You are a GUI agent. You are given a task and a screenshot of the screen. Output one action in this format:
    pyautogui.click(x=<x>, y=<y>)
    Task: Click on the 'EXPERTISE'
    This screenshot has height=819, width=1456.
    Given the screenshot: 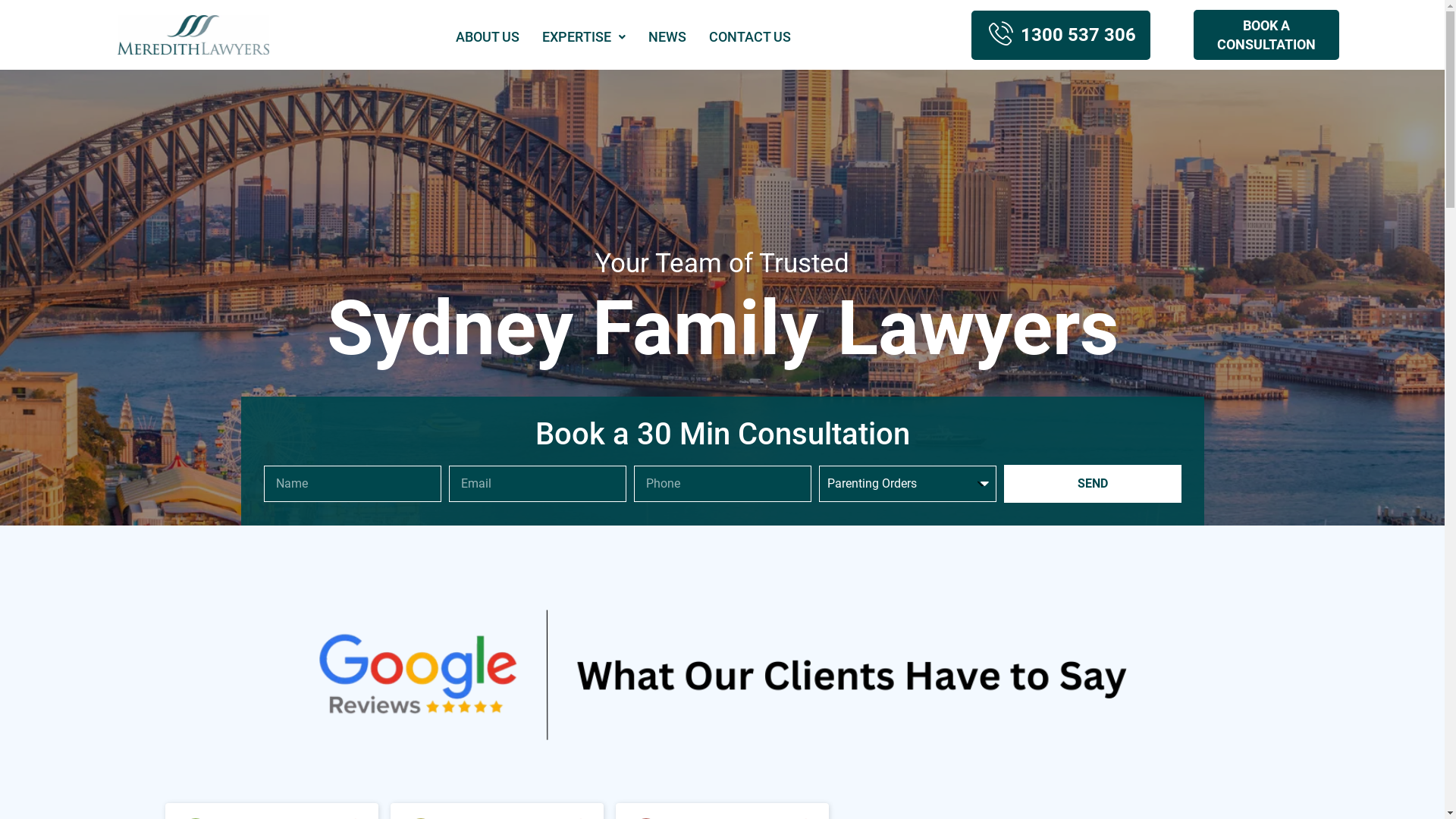 What is the action you would take?
    pyautogui.click(x=582, y=36)
    